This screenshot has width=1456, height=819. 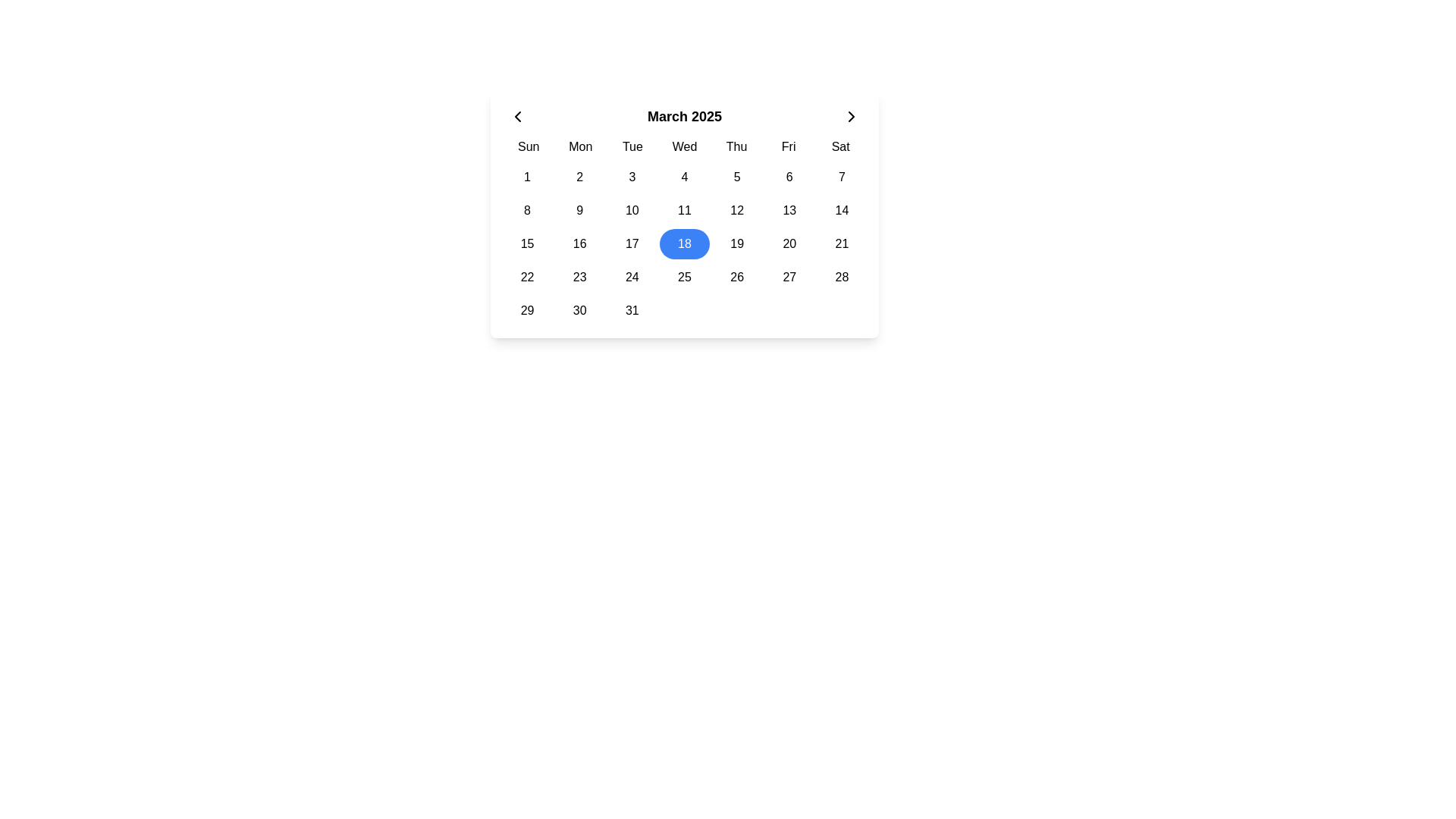 What do you see at coordinates (683, 278) in the screenshot?
I see `the button displaying the number '25' located in the sixth row and fourth column of the calendar grid` at bounding box center [683, 278].